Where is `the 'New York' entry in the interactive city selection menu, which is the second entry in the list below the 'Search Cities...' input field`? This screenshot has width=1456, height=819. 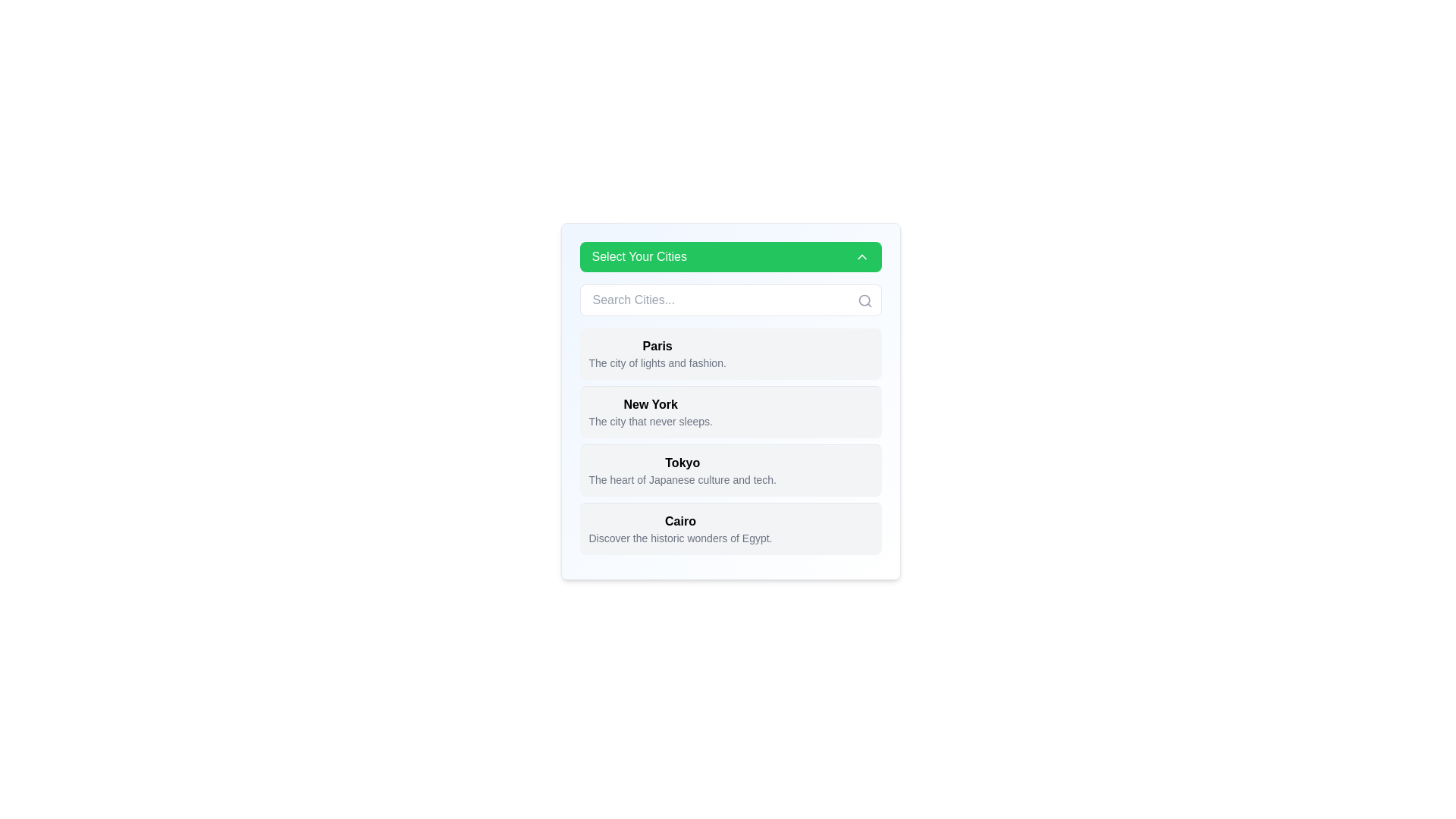 the 'New York' entry in the interactive city selection menu, which is the second entry in the list below the 'Search Cities...' input field is located at coordinates (730, 441).